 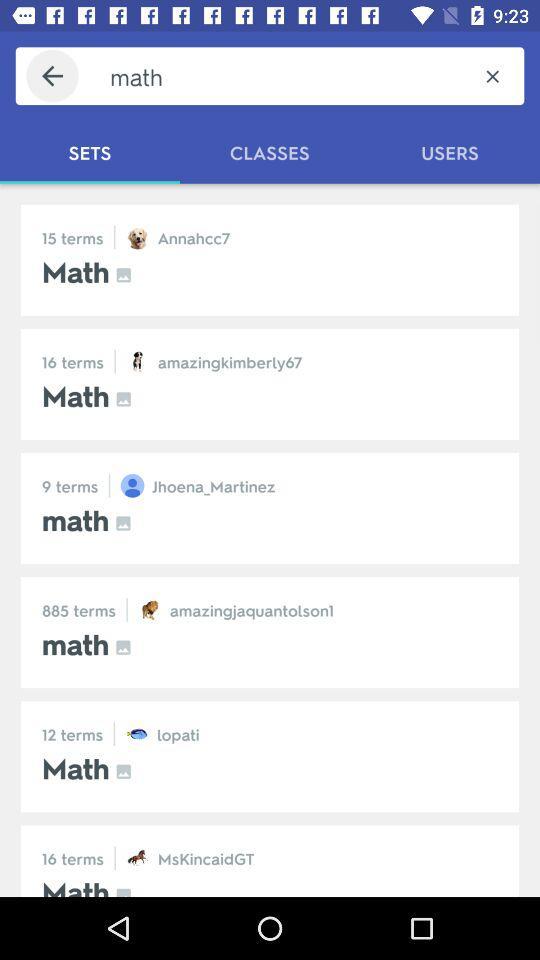 I want to click on math which is present in the text box, so click(x=284, y=76).